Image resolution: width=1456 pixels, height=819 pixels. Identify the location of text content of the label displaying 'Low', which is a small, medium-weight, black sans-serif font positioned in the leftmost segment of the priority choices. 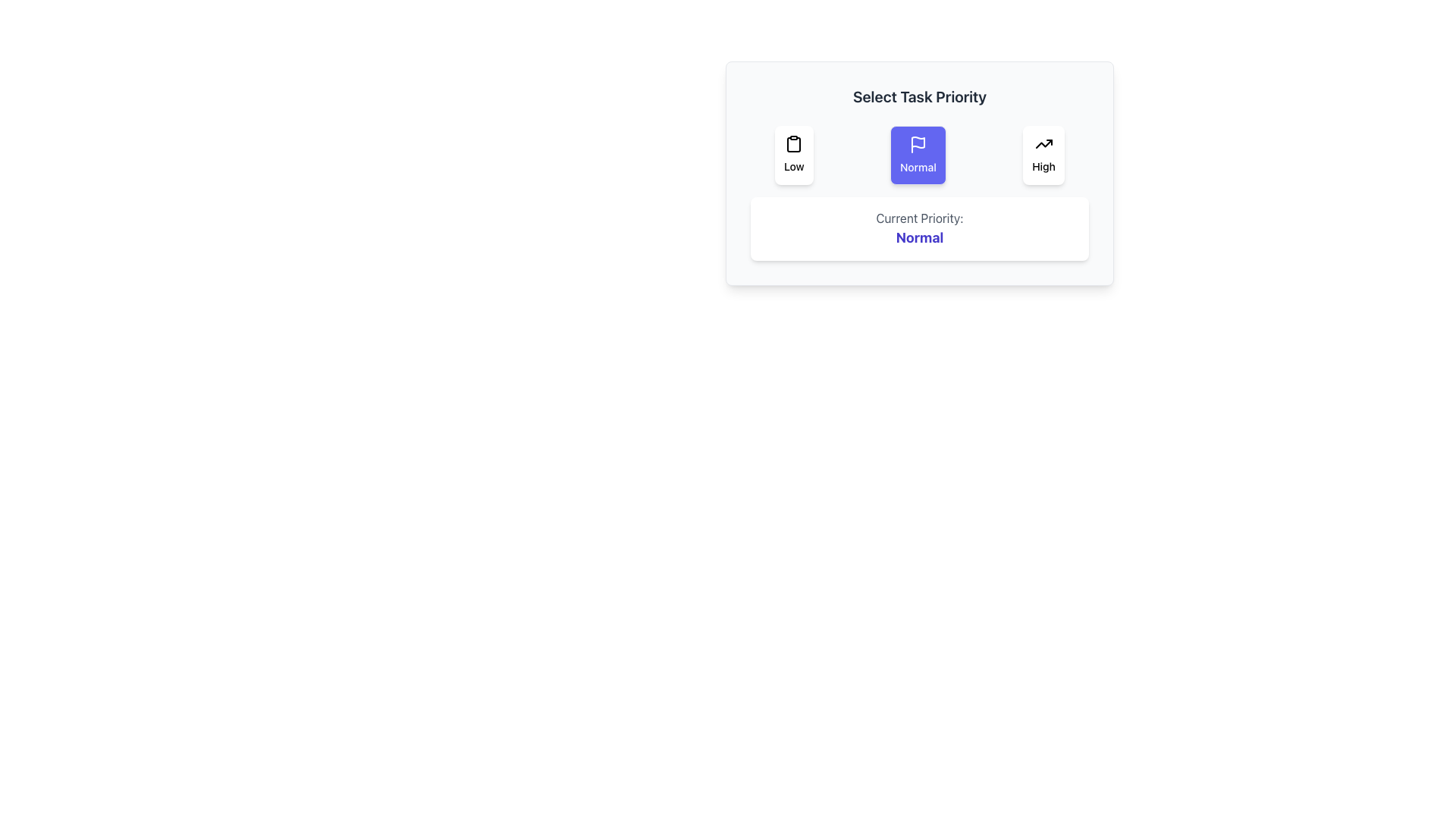
(793, 166).